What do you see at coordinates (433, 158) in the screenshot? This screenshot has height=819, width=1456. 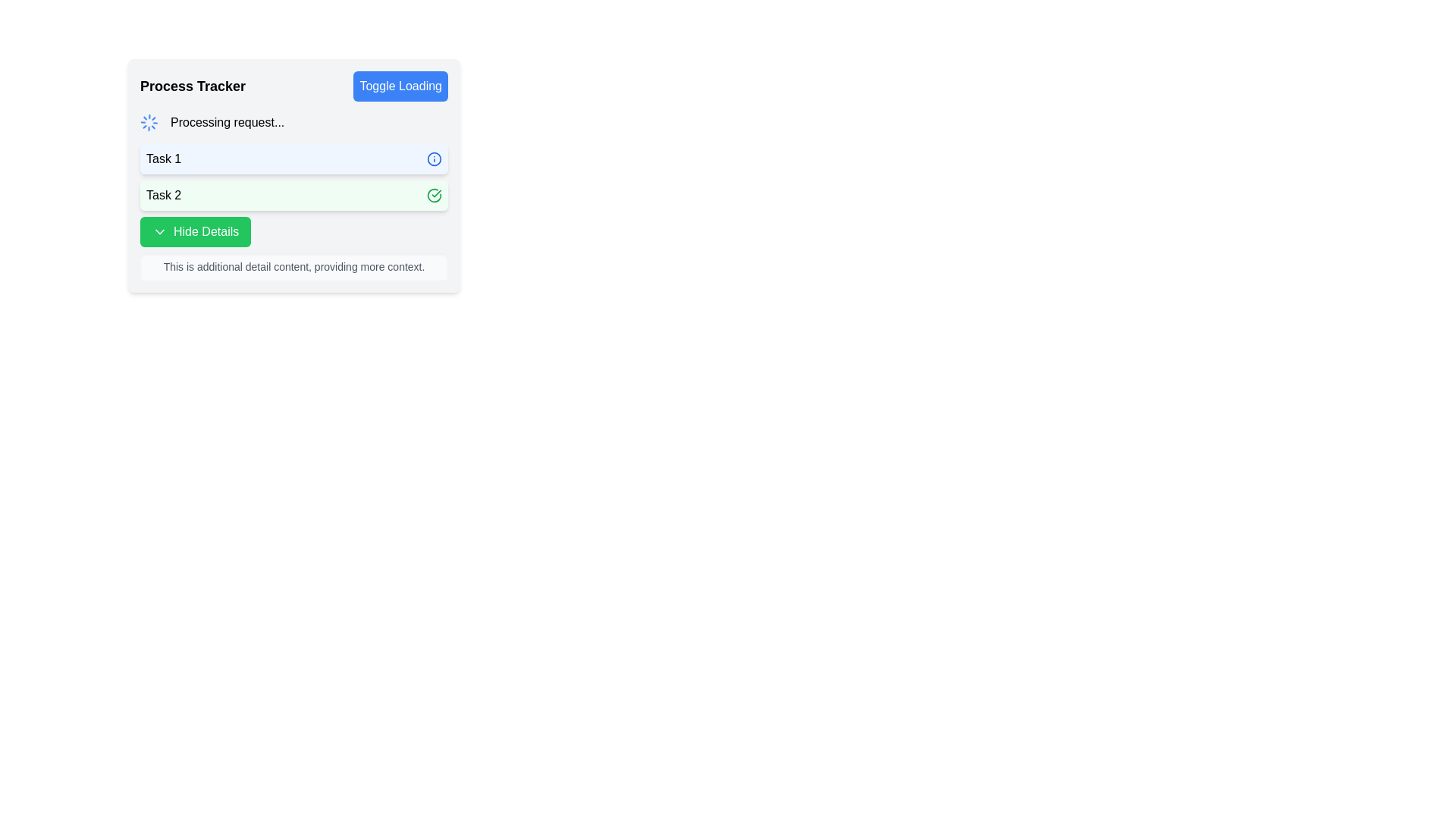 I see `the information icon located on the rightmost side of the 'Task 1' task block` at bounding box center [433, 158].